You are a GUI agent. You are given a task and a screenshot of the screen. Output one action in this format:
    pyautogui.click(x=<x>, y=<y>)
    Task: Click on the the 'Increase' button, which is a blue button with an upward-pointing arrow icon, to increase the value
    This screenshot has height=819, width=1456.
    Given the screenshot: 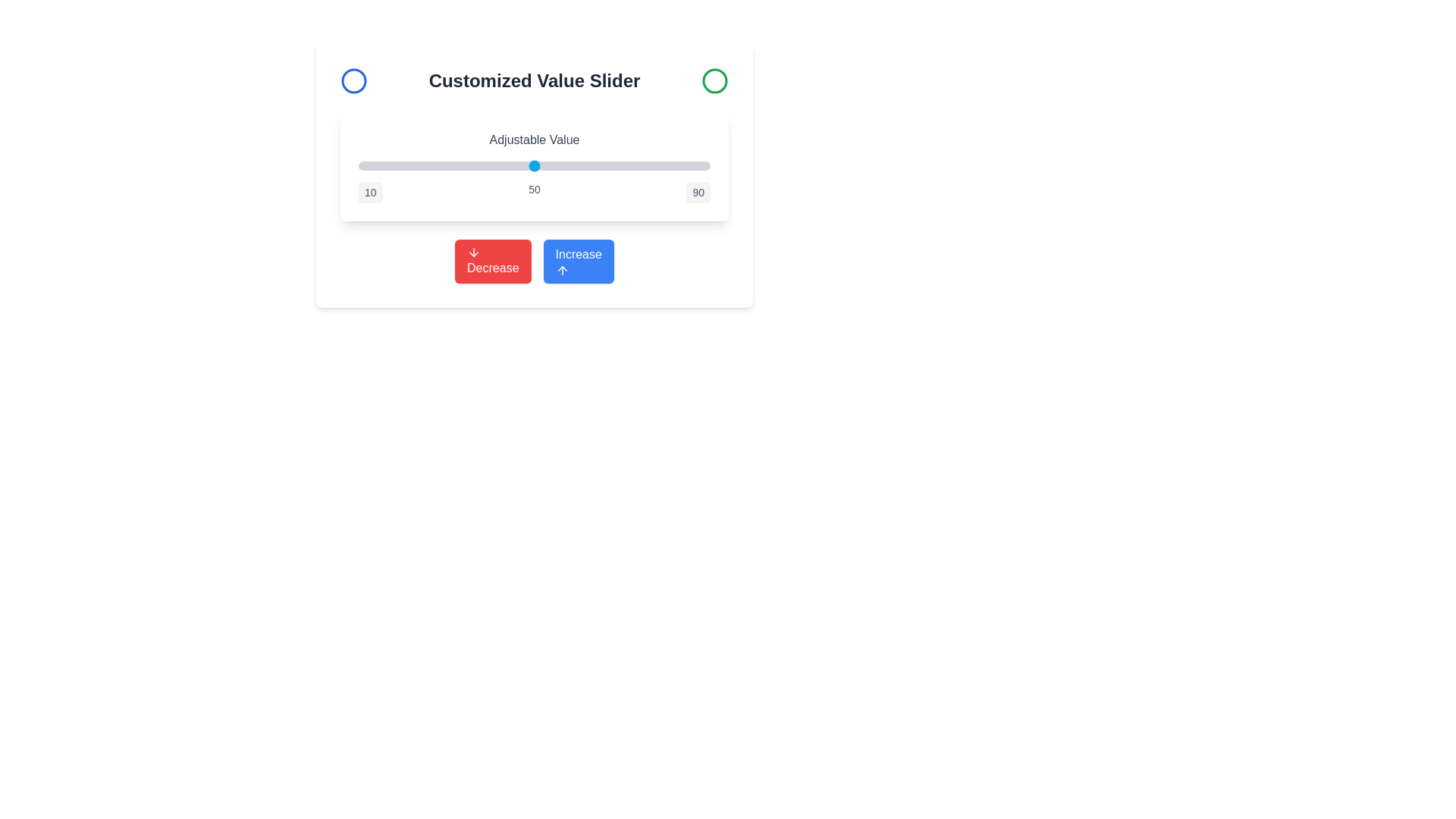 What is the action you would take?
    pyautogui.click(x=535, y=260)
    